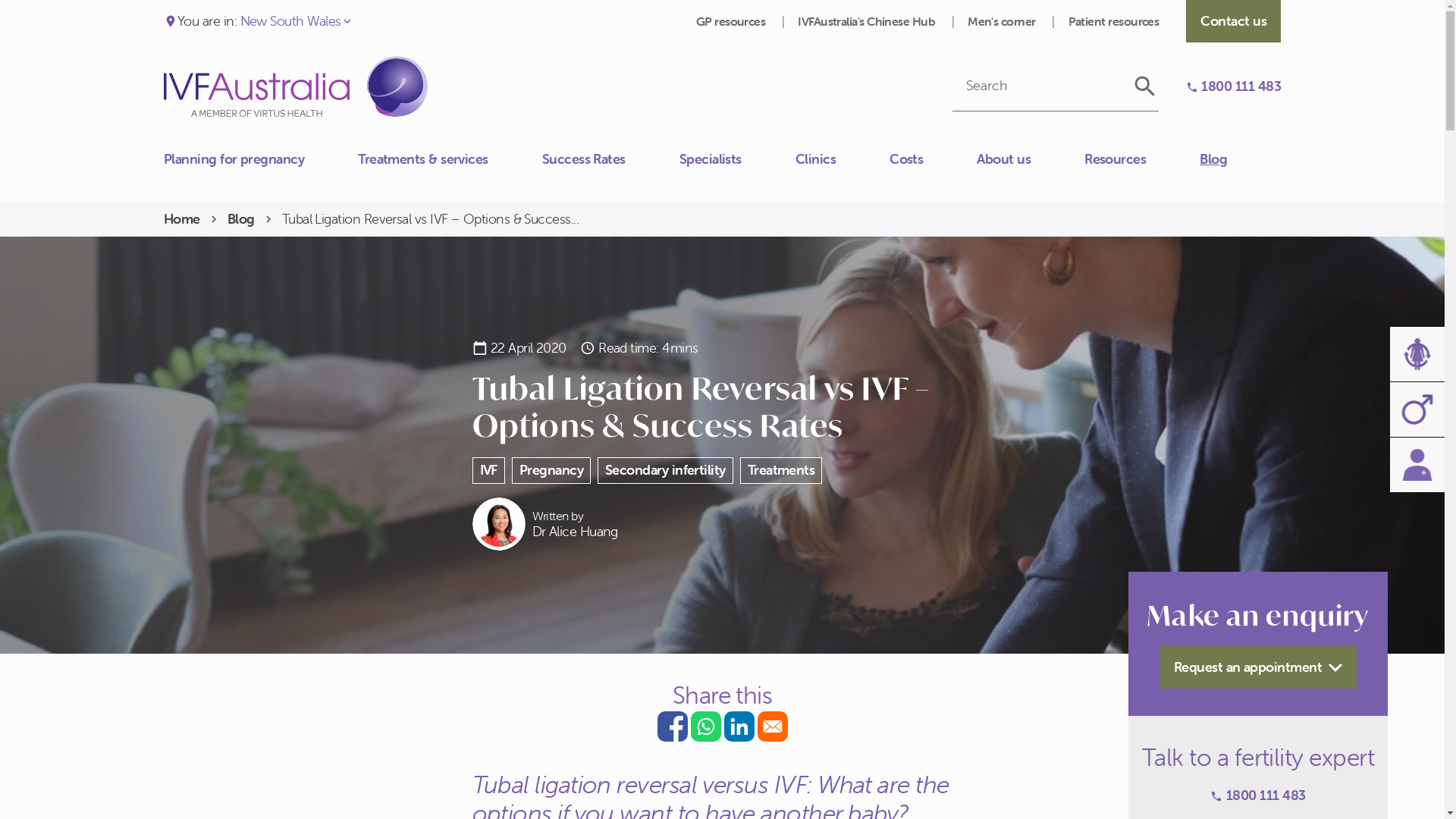 This screenshot has height=819, width=1456. I want to click on 'Contact us', so click(164, 167).